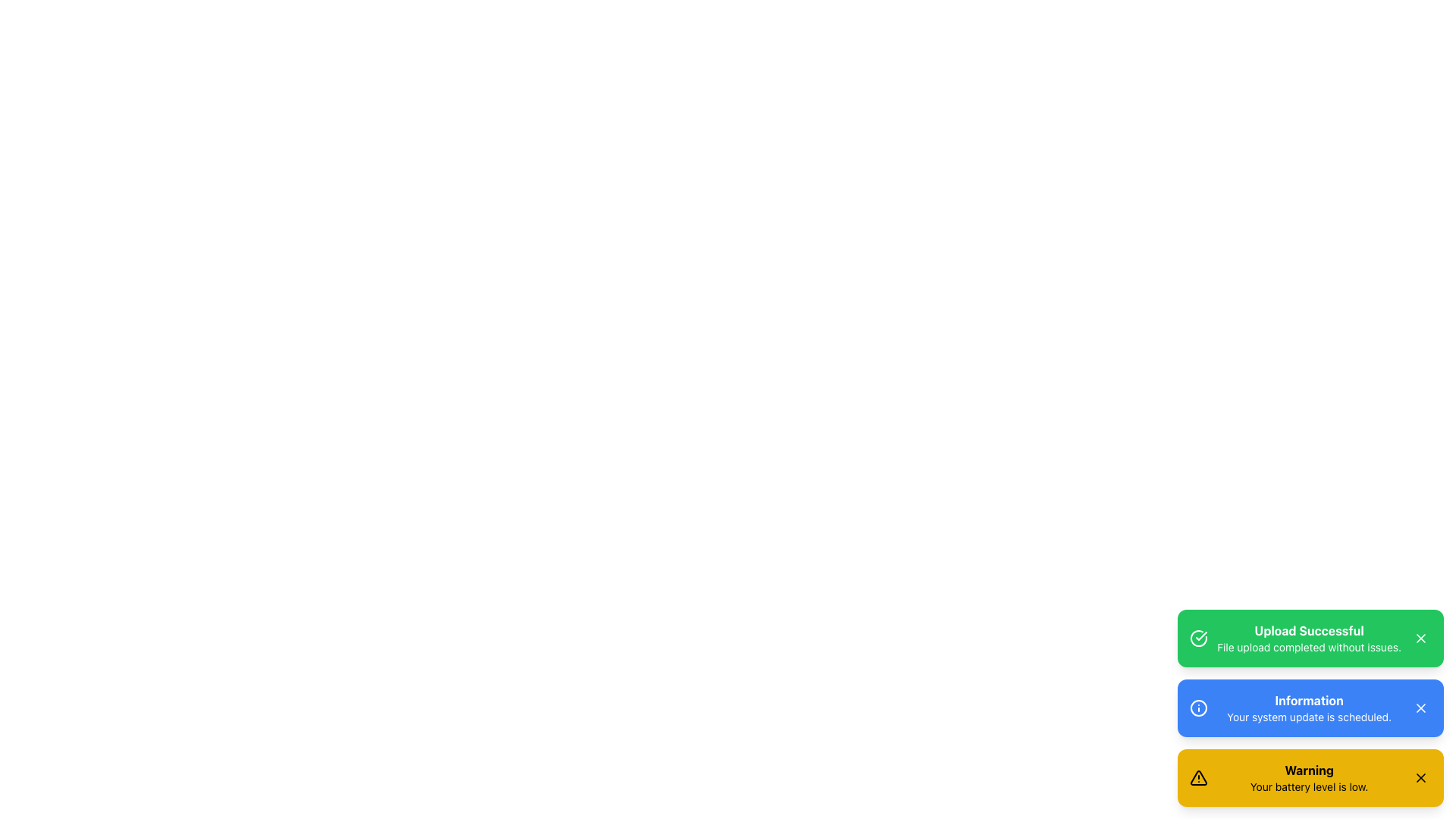 The height and width of the screenshot is (819, 1456). I want to click on the blue 'X' icon button on the right edge of the 'Information: Your system update is scheduled' notification, so click(1420, 708).